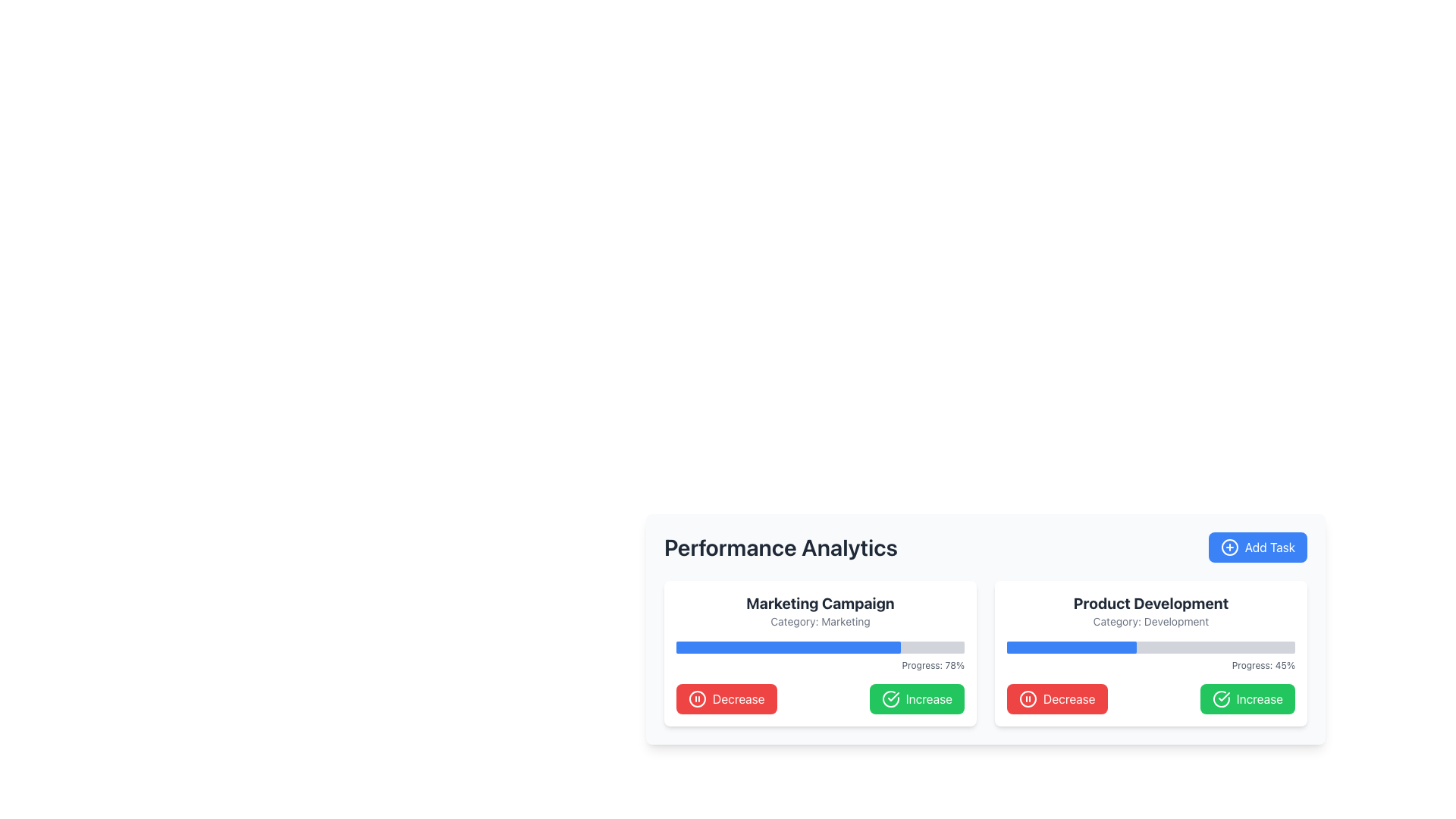 This screenshot has width=1456, height=819. What do you see at coordinates (726, 698) in the screenshot?
I see `the prominent rectangular button with a red background and white text labeled 'Decrease' to trigger the color change effect` at bounding box center [726, 698].